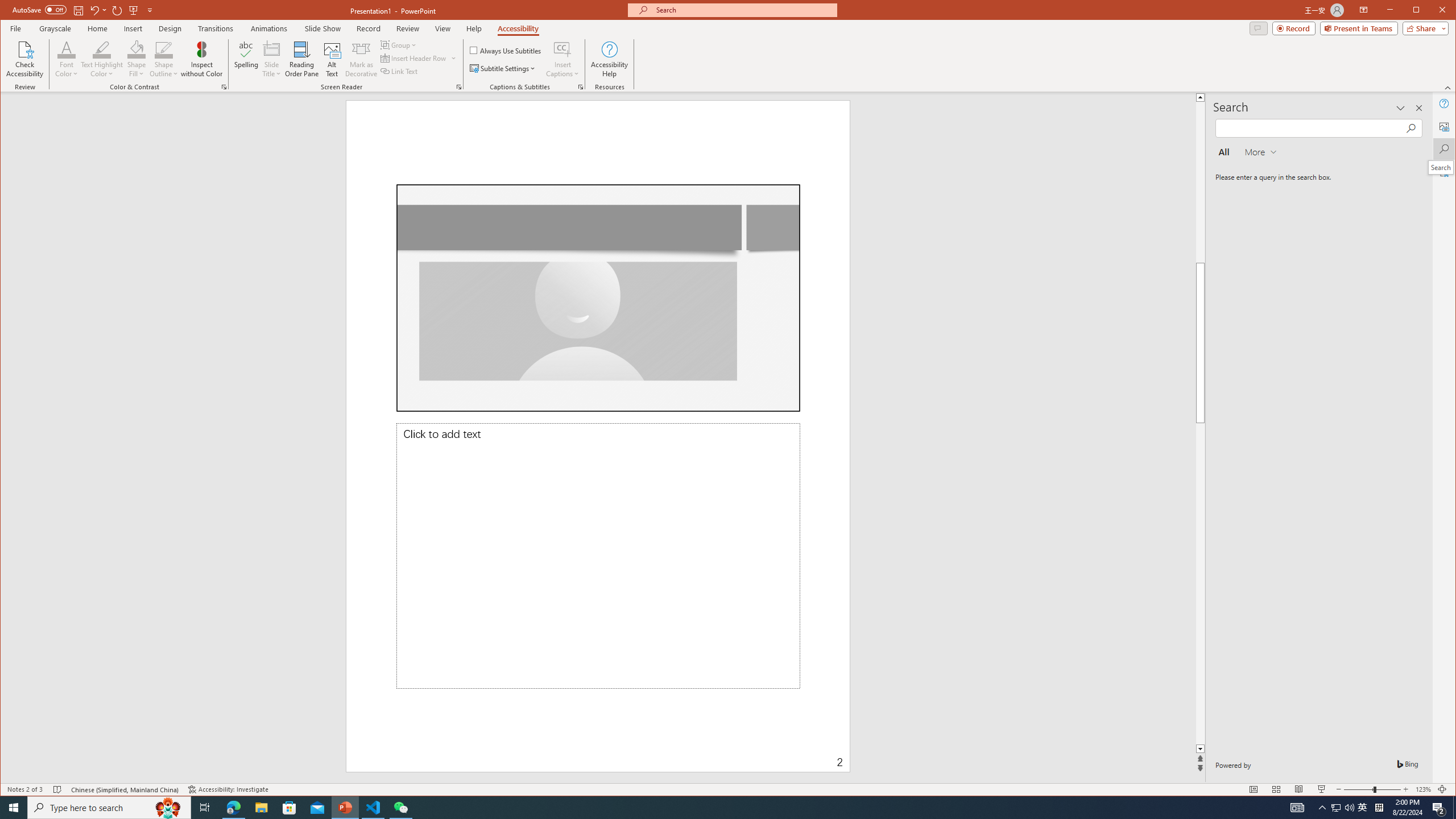 This screenshot has height=819, width=1456. I want to click on 'Maximize', so click(1433, 11).